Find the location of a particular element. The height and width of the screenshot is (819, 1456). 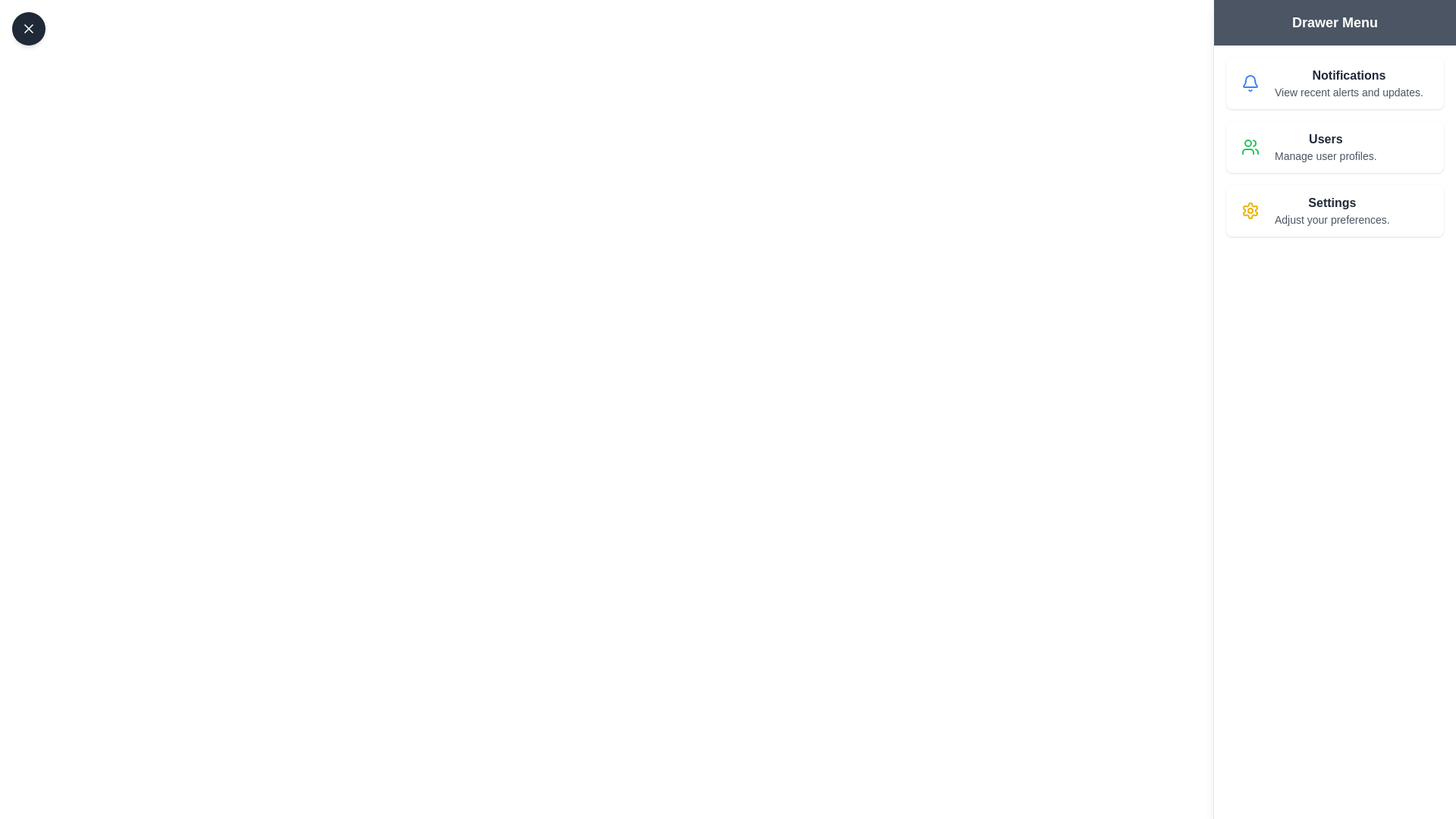

the menu item Users from the drawer menu is located at coordinates (1335, 146).